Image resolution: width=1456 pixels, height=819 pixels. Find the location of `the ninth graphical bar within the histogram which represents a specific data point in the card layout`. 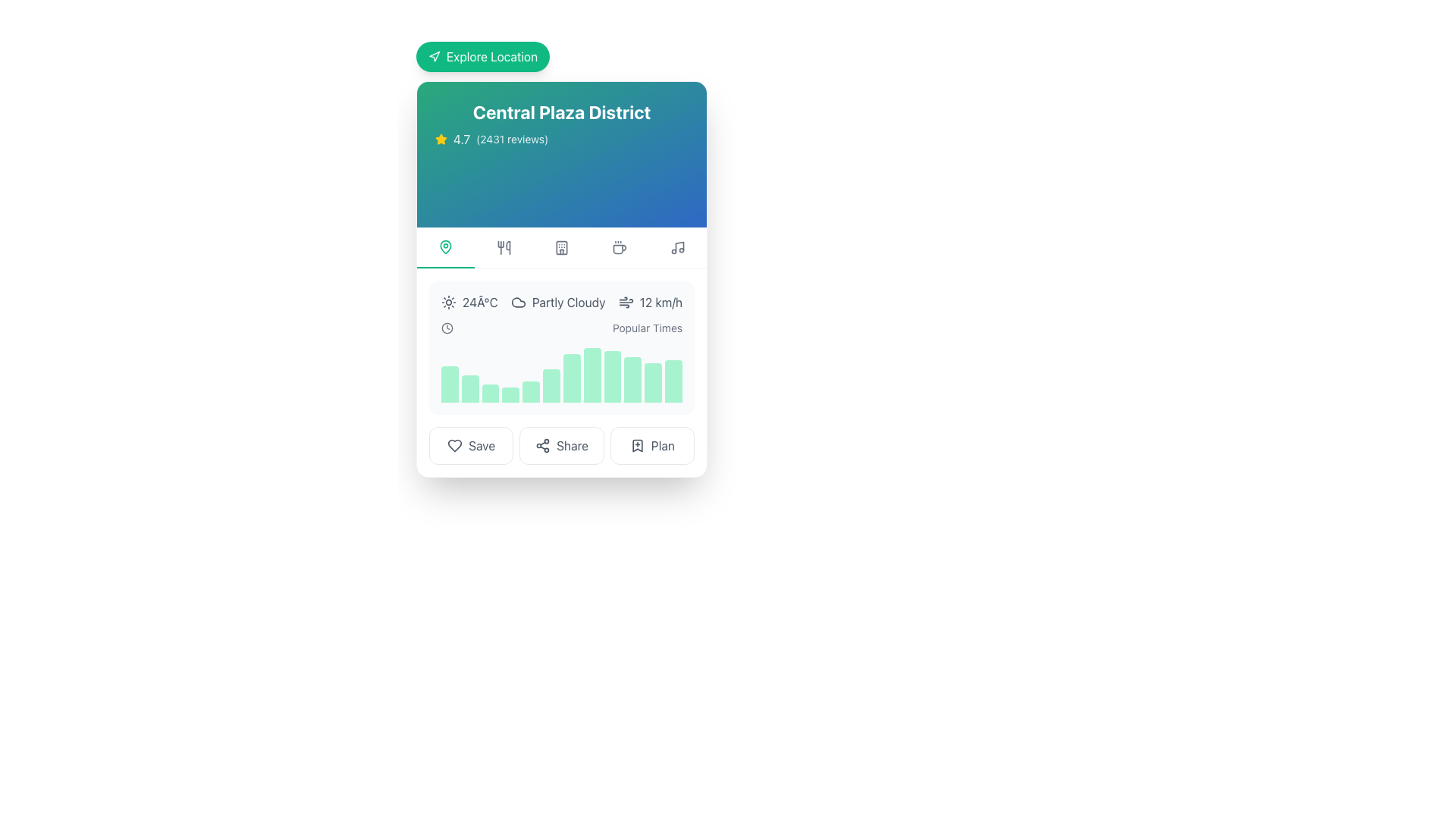

the ninth graphical bar within the histogram which represents a specific data point in the card layout is located at coordinates (613, 376).